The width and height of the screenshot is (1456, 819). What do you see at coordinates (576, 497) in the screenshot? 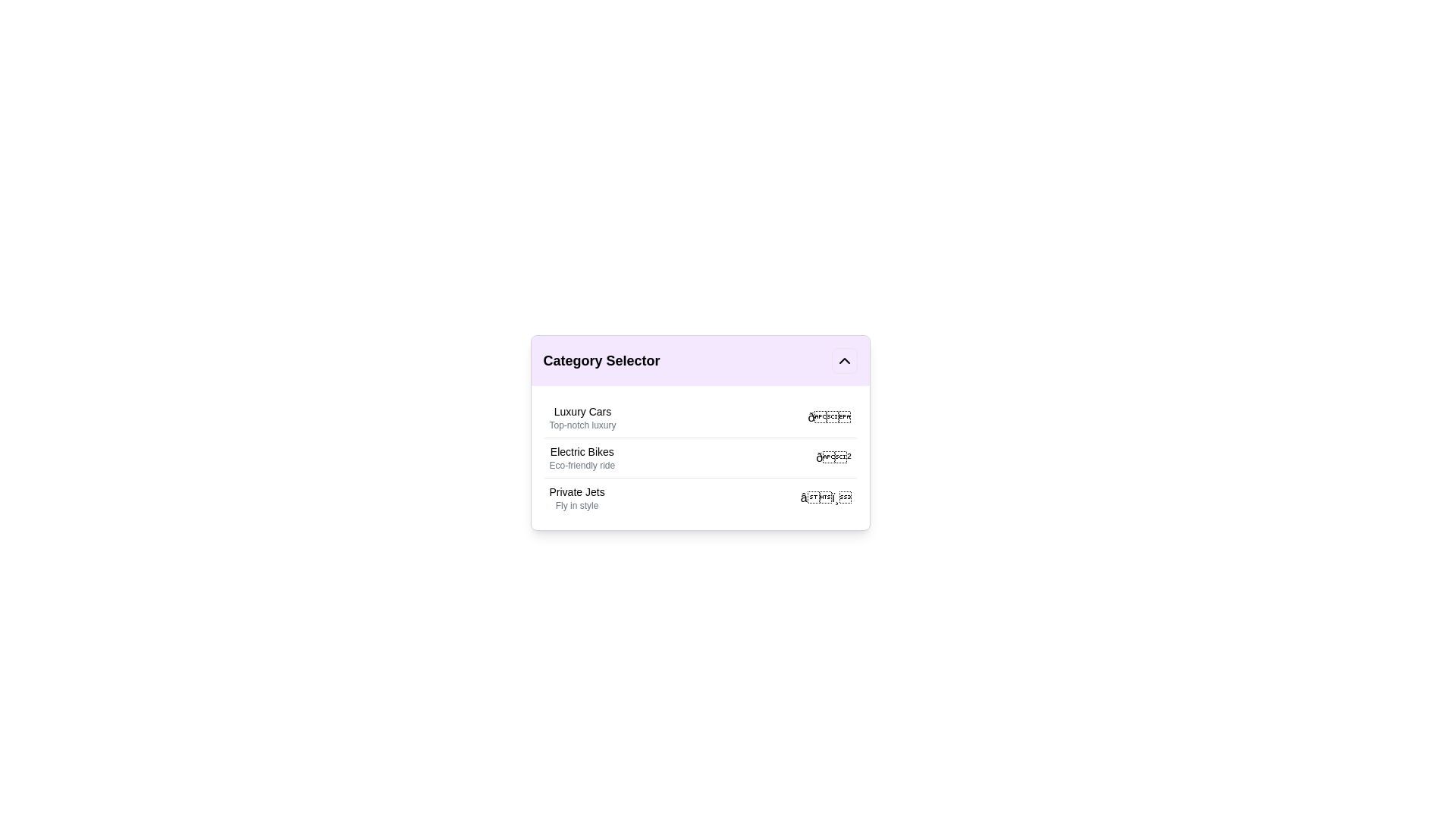
I see `to select the 'Private Jets' category, which is the third item in the vertical list under the 'Category Selector' section, positioned between 'Electric Bikes' and the last icon` at bounding box center [576, 497].